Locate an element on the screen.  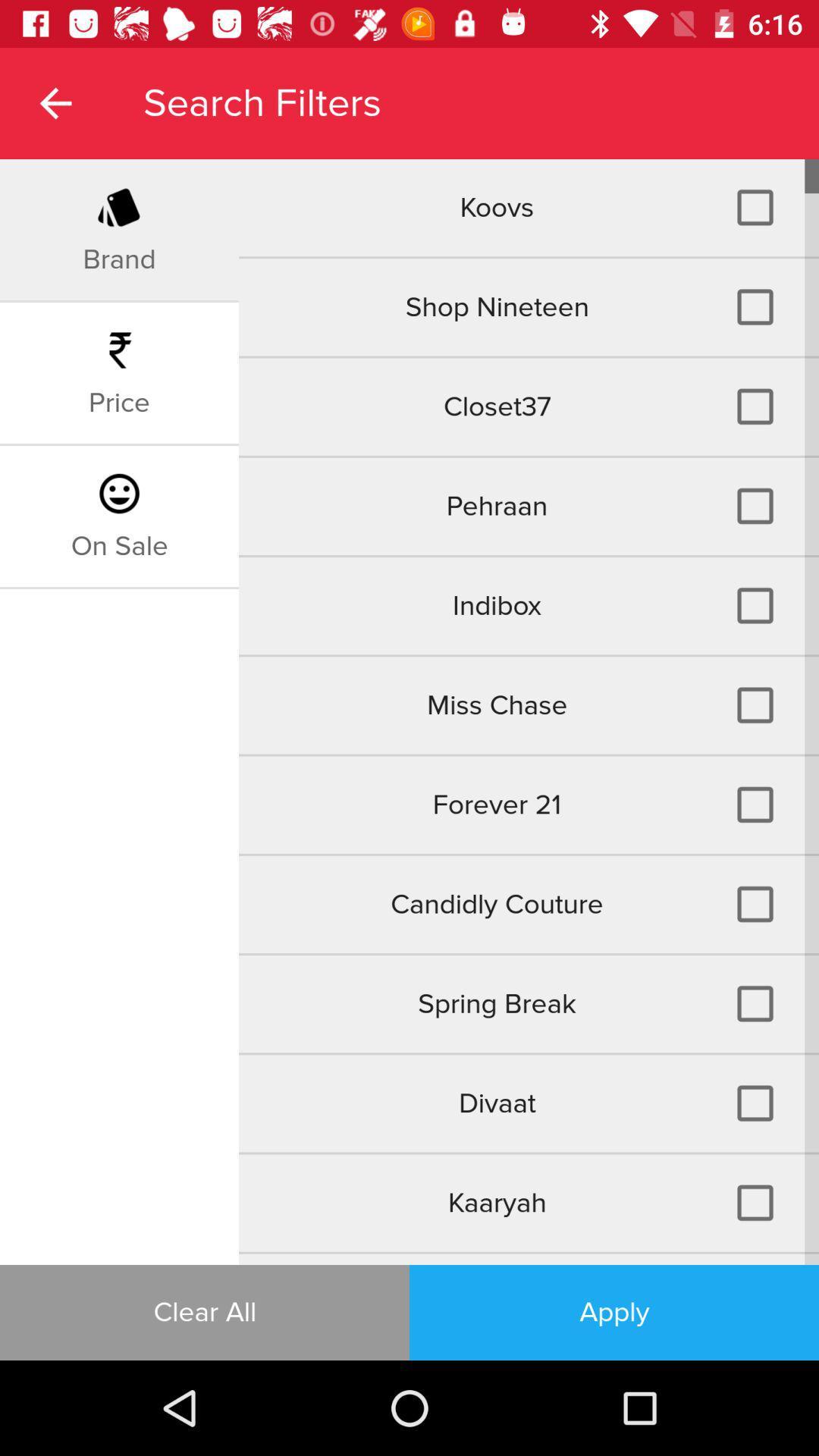
icon next to brand icon is located at coordinates (528, 207).